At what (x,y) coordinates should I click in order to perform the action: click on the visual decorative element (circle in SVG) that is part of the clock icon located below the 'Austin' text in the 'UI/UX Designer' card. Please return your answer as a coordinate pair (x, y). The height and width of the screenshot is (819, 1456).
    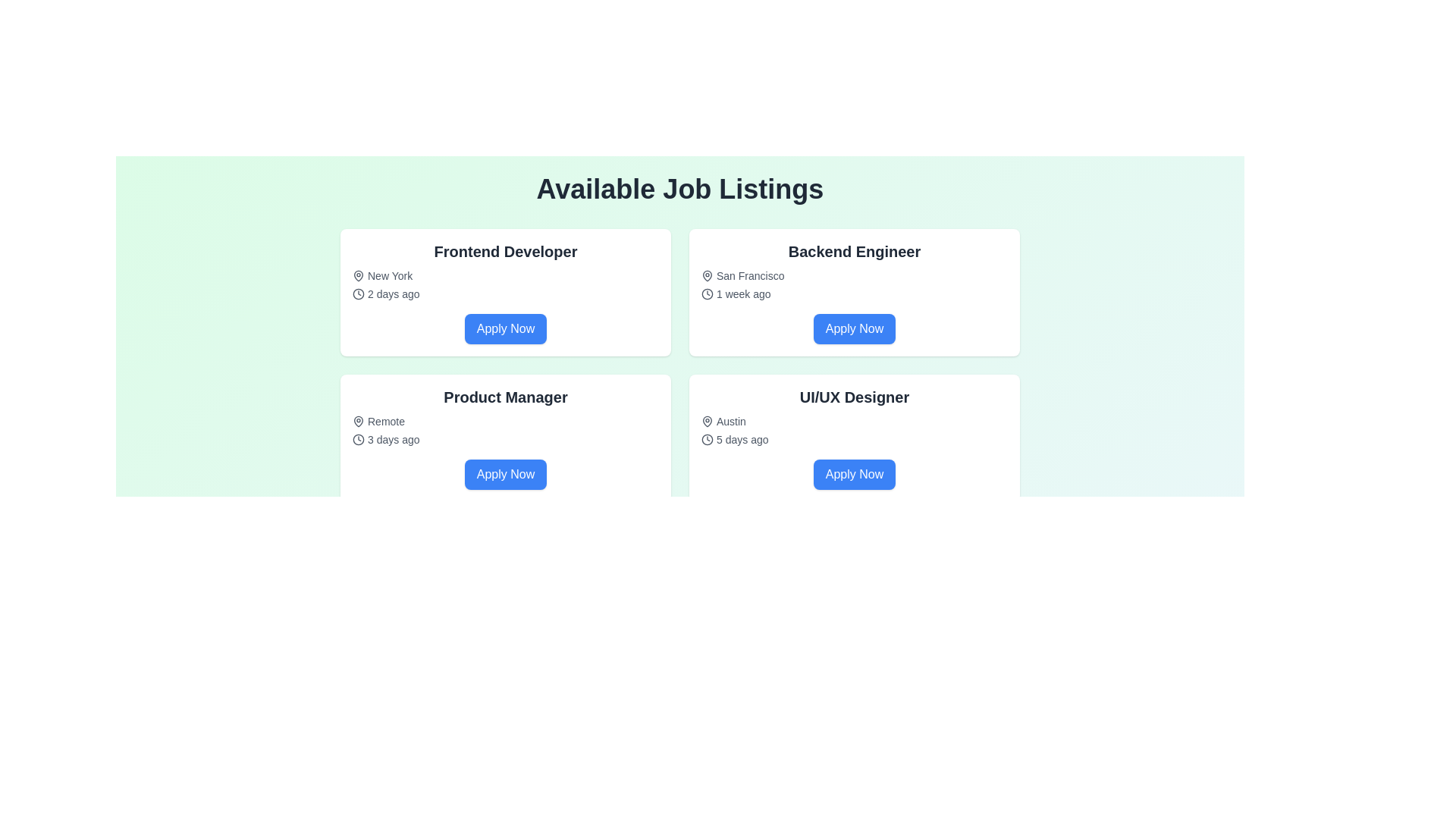
    Looking at the image, I should click on (706, 439).